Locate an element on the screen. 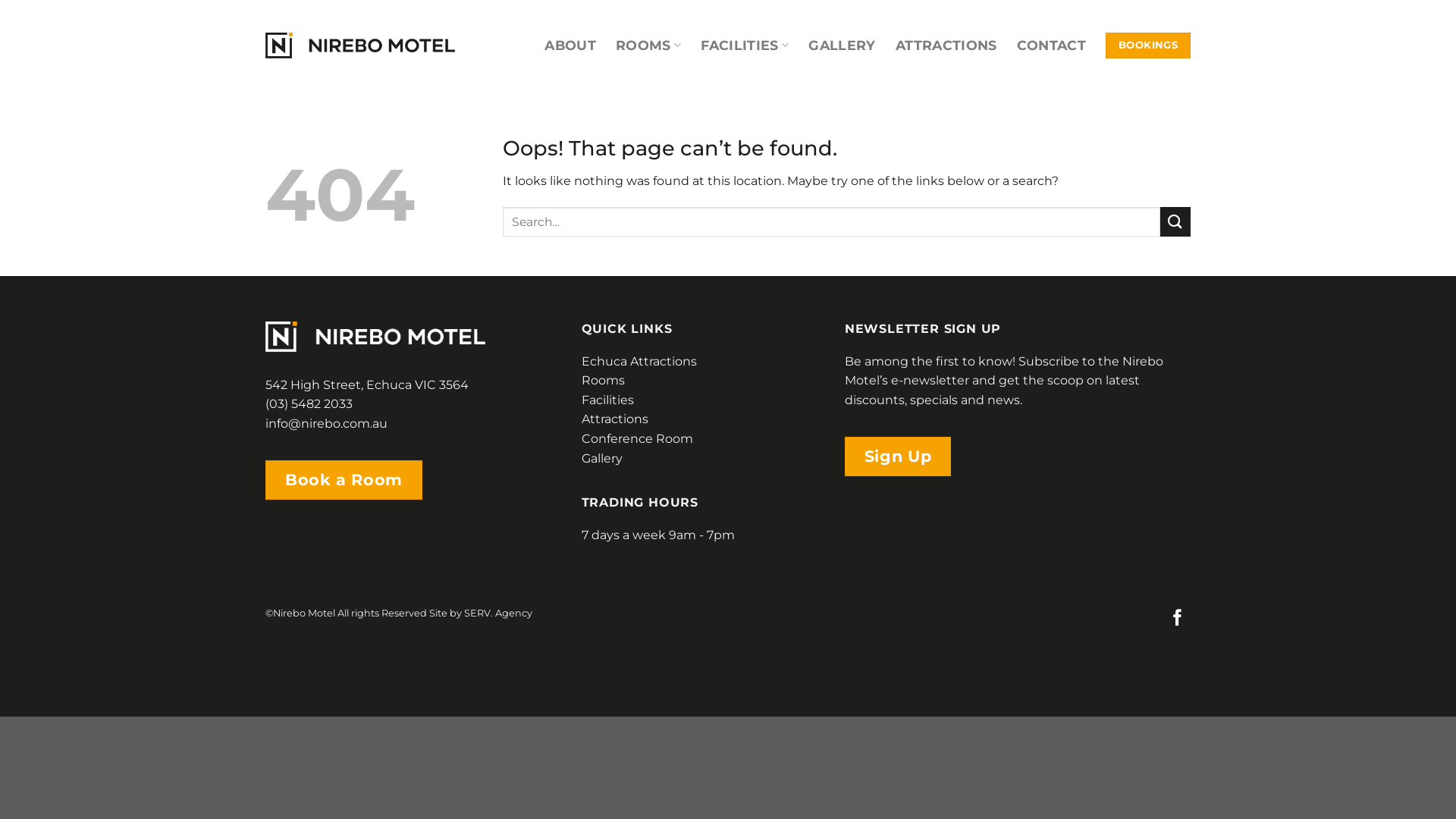  'ROOMS' is located at coordinates (648, 44).